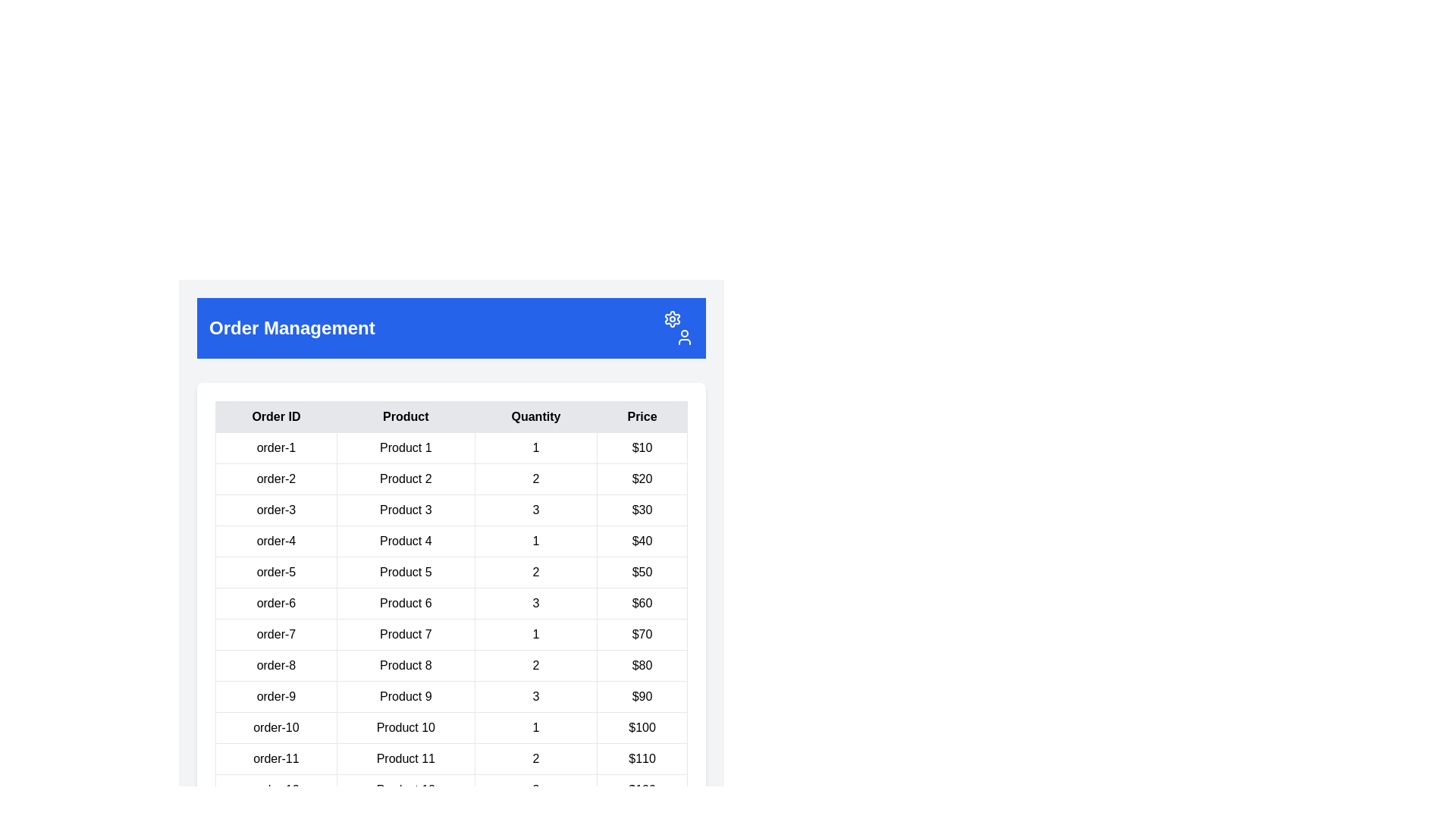 The width and height of the screenshot is (1456, 819). I want to click on the text field displaying the product name in the second column of the ninth row in the table structure, so click(406, 696).